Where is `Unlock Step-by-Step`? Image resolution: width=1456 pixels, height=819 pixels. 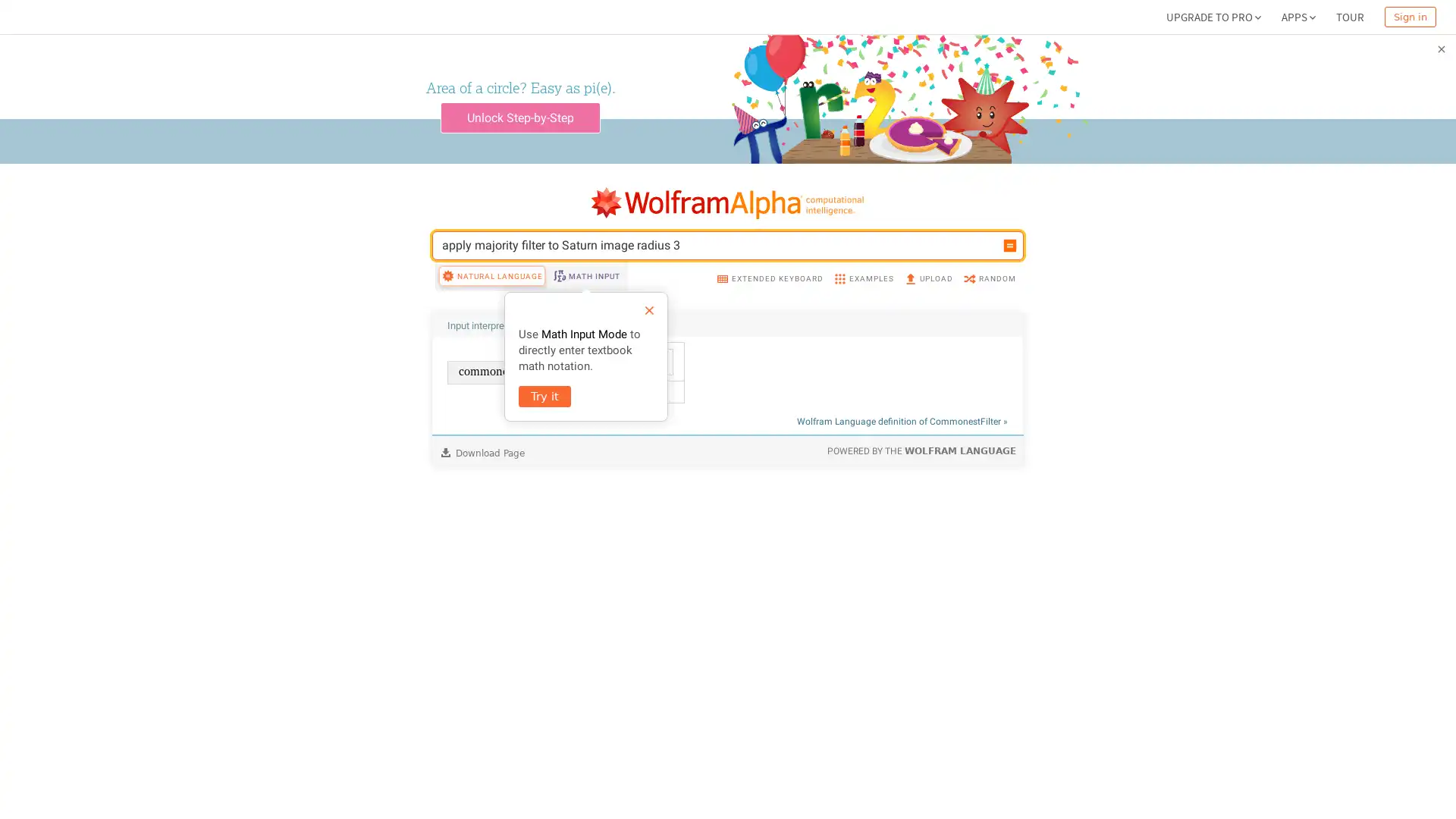 Unlock Step-by-Step is located at coordinates (520, 117).